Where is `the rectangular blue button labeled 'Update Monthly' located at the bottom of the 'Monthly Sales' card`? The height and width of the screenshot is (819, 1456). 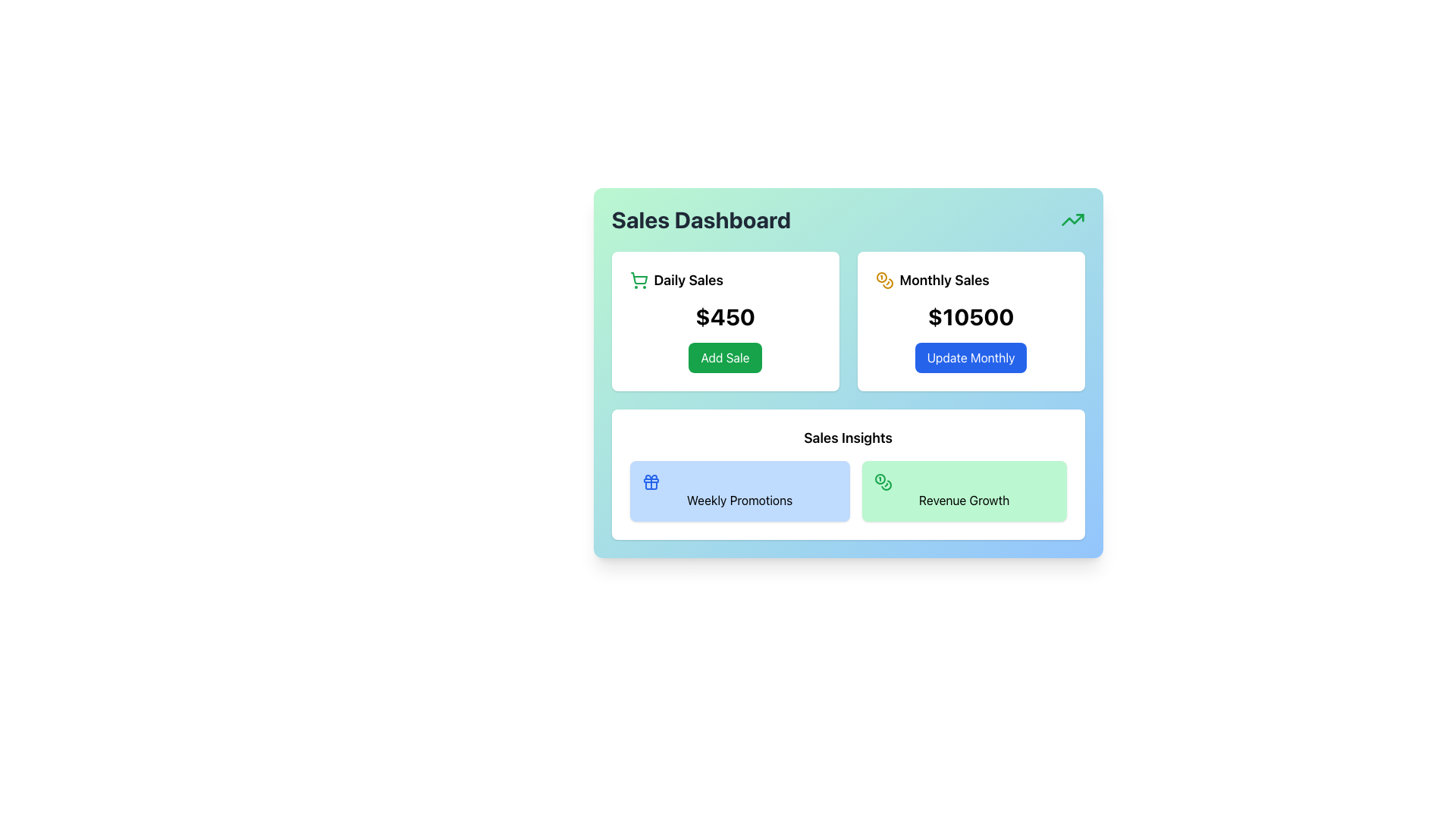 the rectangular blue button labeled 'Update Monthly' located at the bottom of the 'Monthly Sales' card is located at coordinates (971, 357).